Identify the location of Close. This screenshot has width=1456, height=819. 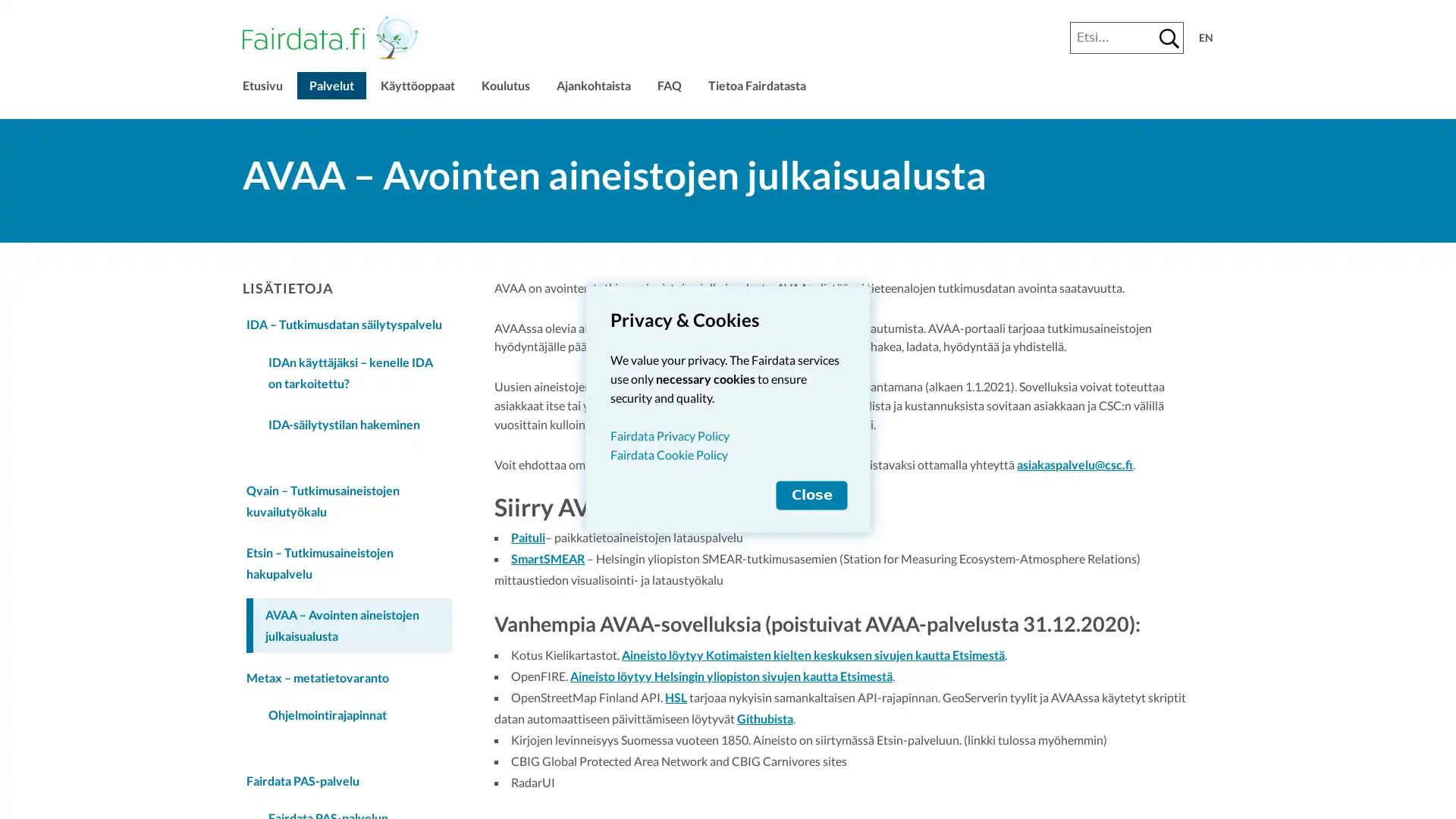
(811, 494).